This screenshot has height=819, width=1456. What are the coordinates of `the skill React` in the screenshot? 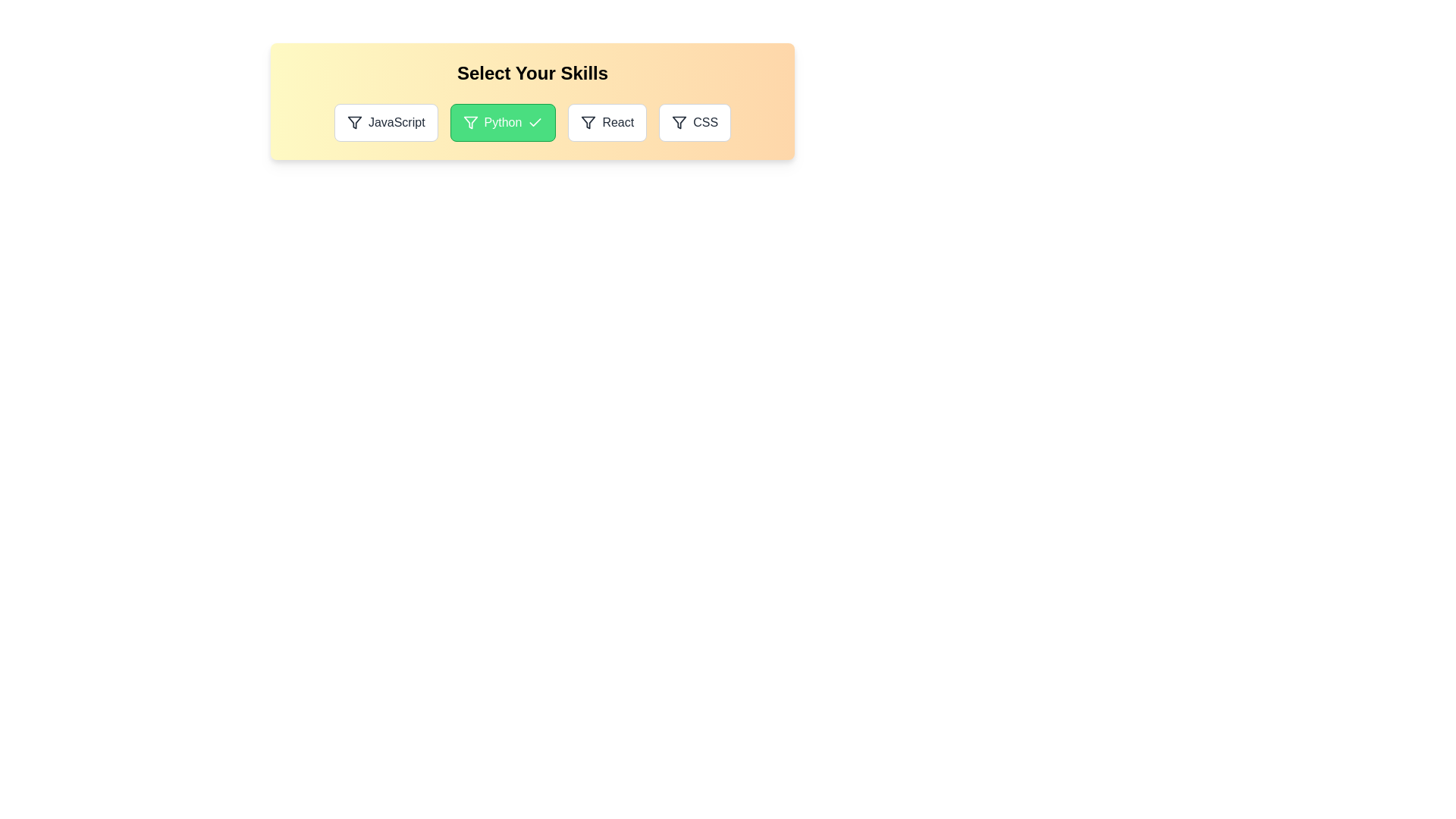 It's located at (607, 122).